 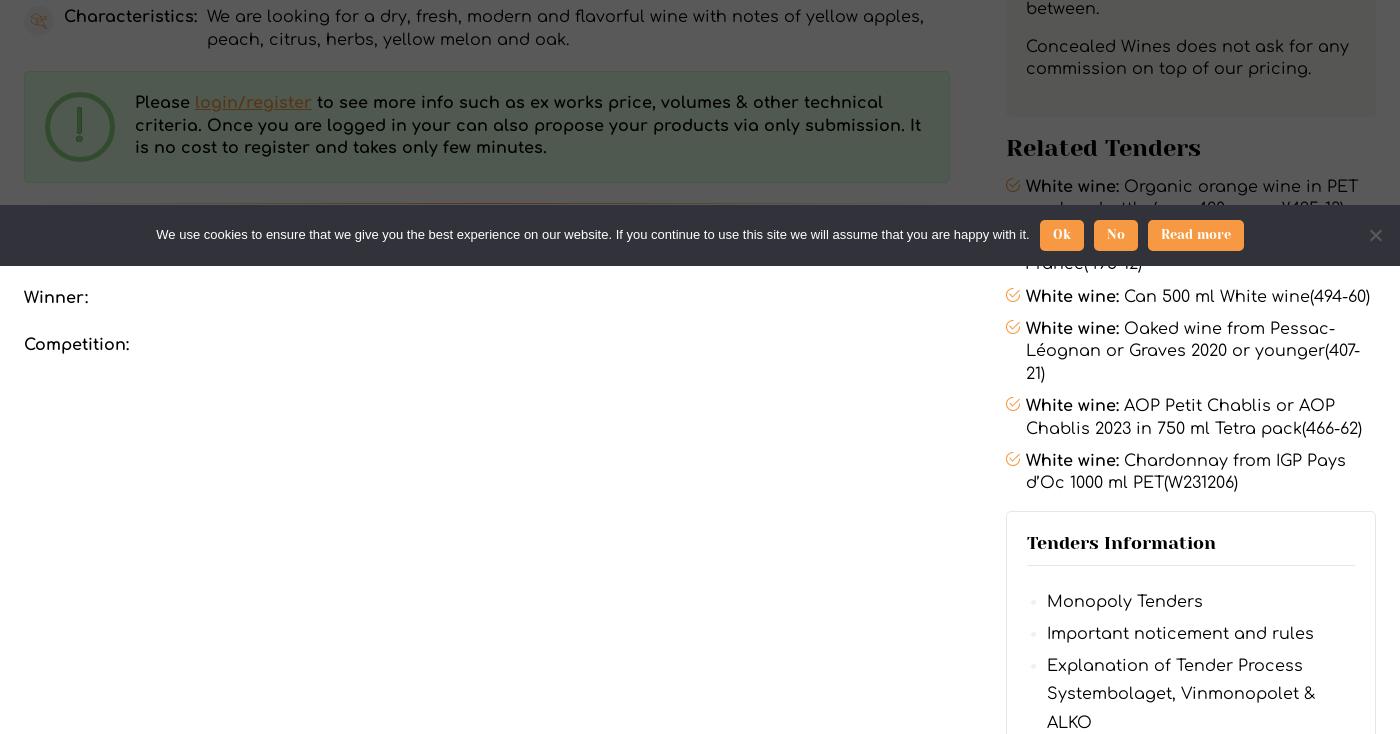 I want to click on 'to see more info such as ex works price, volumes & other technical criteria. Once you are logged in your can also propose your products via only submission. It is no cost to register and takes only few minutes.', so click(x=527, y=124).